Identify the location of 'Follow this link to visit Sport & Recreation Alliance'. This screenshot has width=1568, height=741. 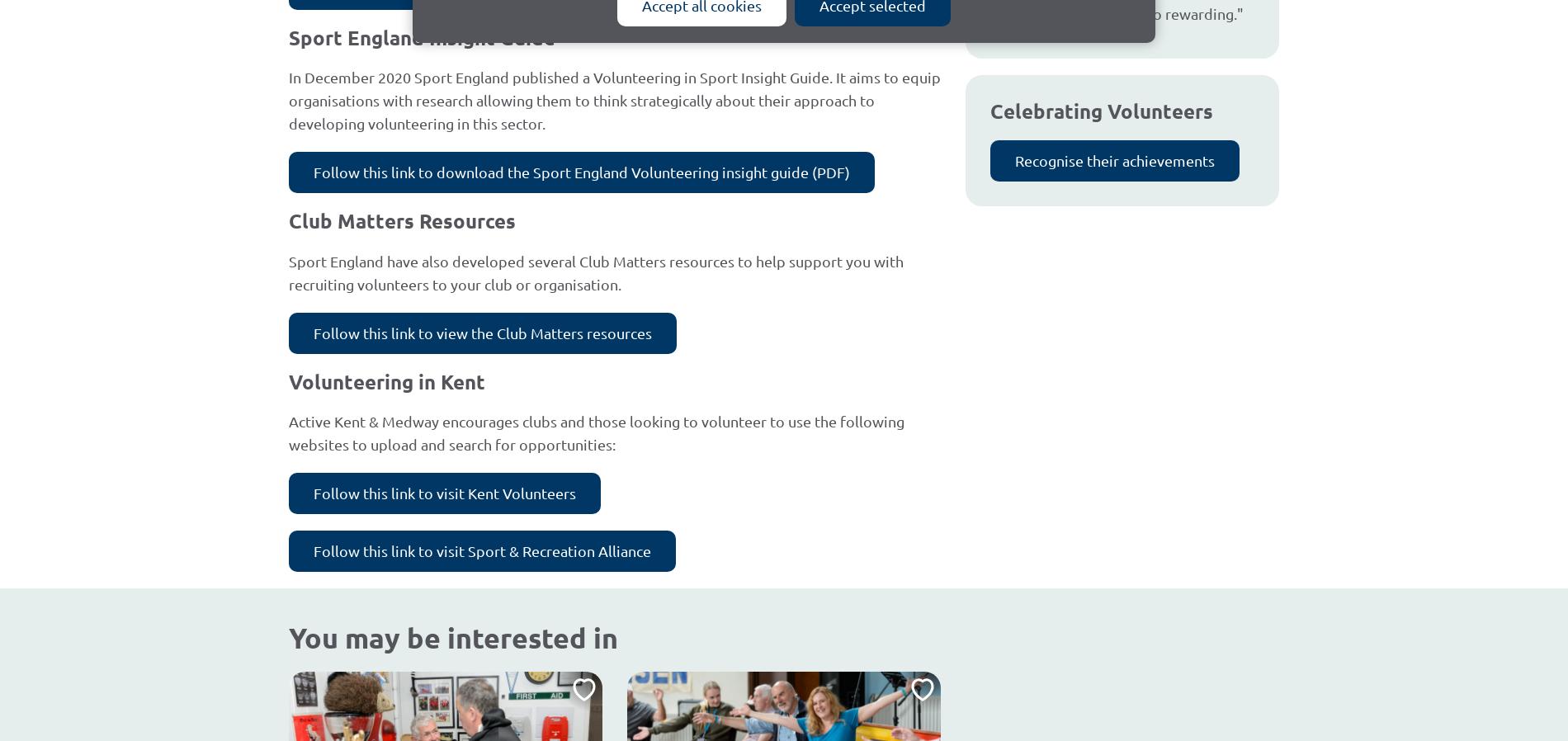
(482, 550).